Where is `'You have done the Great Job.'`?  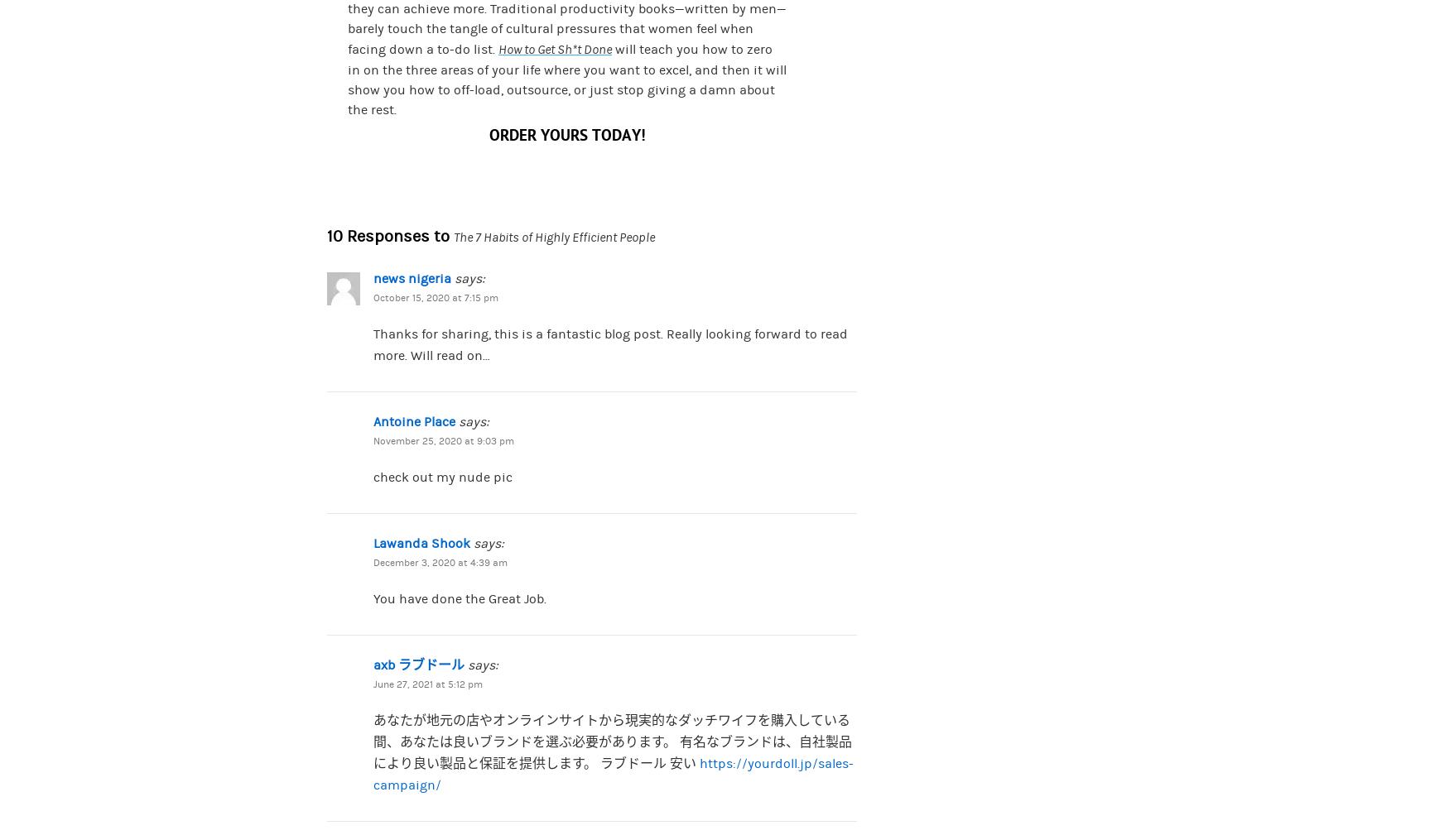
'You have done the Great Job.' is located at coordinates (459, 598).